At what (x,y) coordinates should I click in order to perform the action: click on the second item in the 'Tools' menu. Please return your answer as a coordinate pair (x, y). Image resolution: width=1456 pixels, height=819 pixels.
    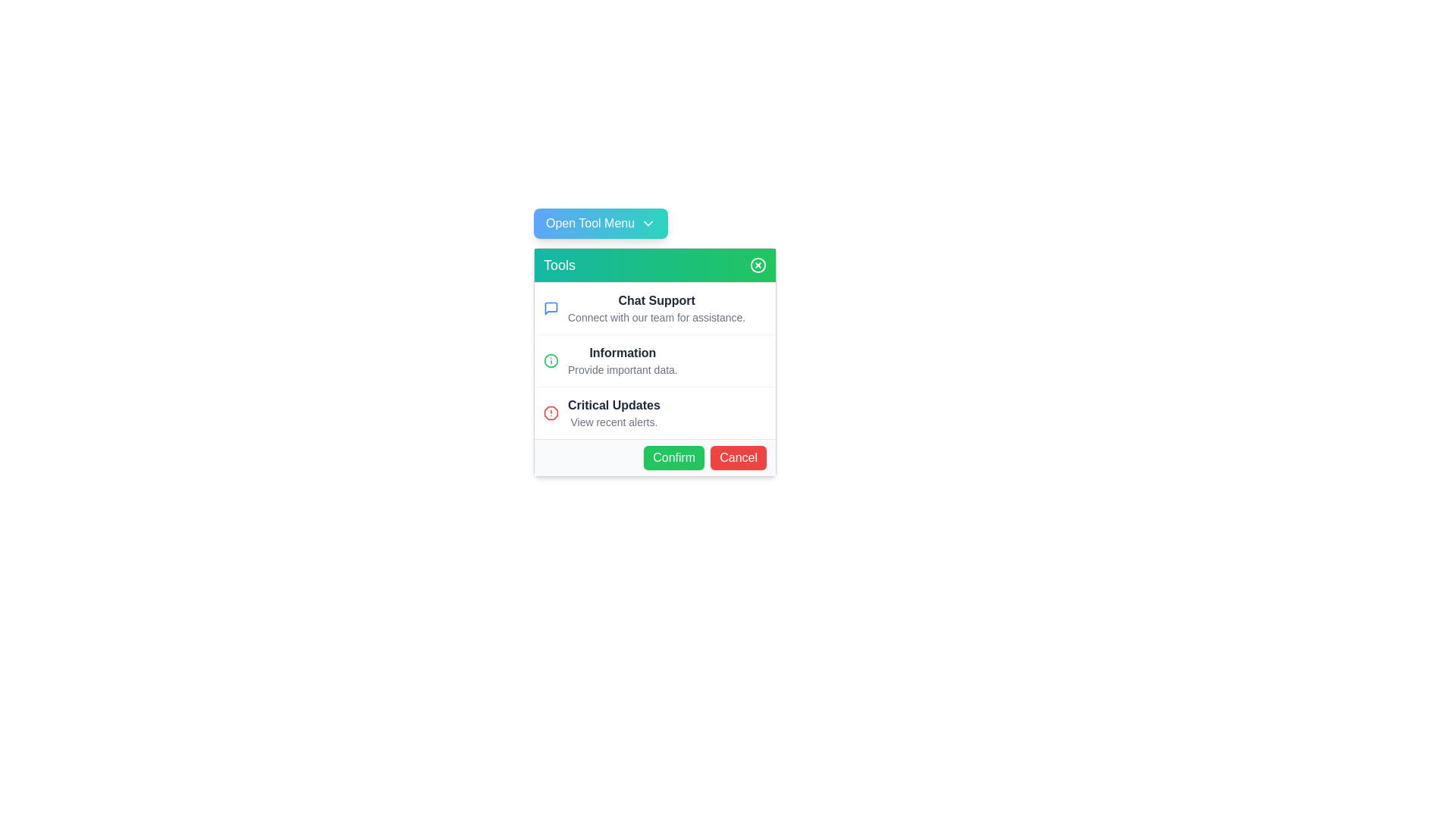
    Looking at the image, I should click on (623, 360).